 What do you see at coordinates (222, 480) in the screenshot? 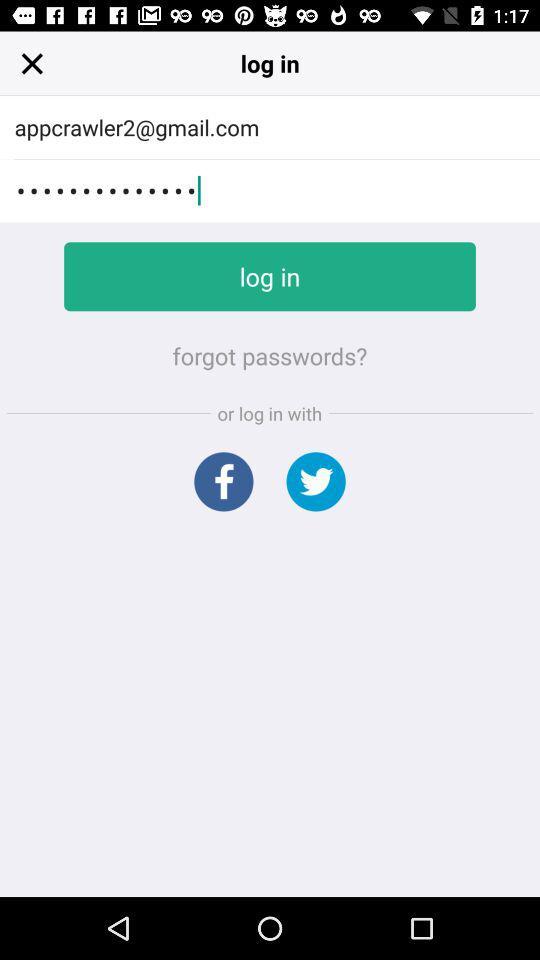
I see `facebook` at bounding box center [222, 480].